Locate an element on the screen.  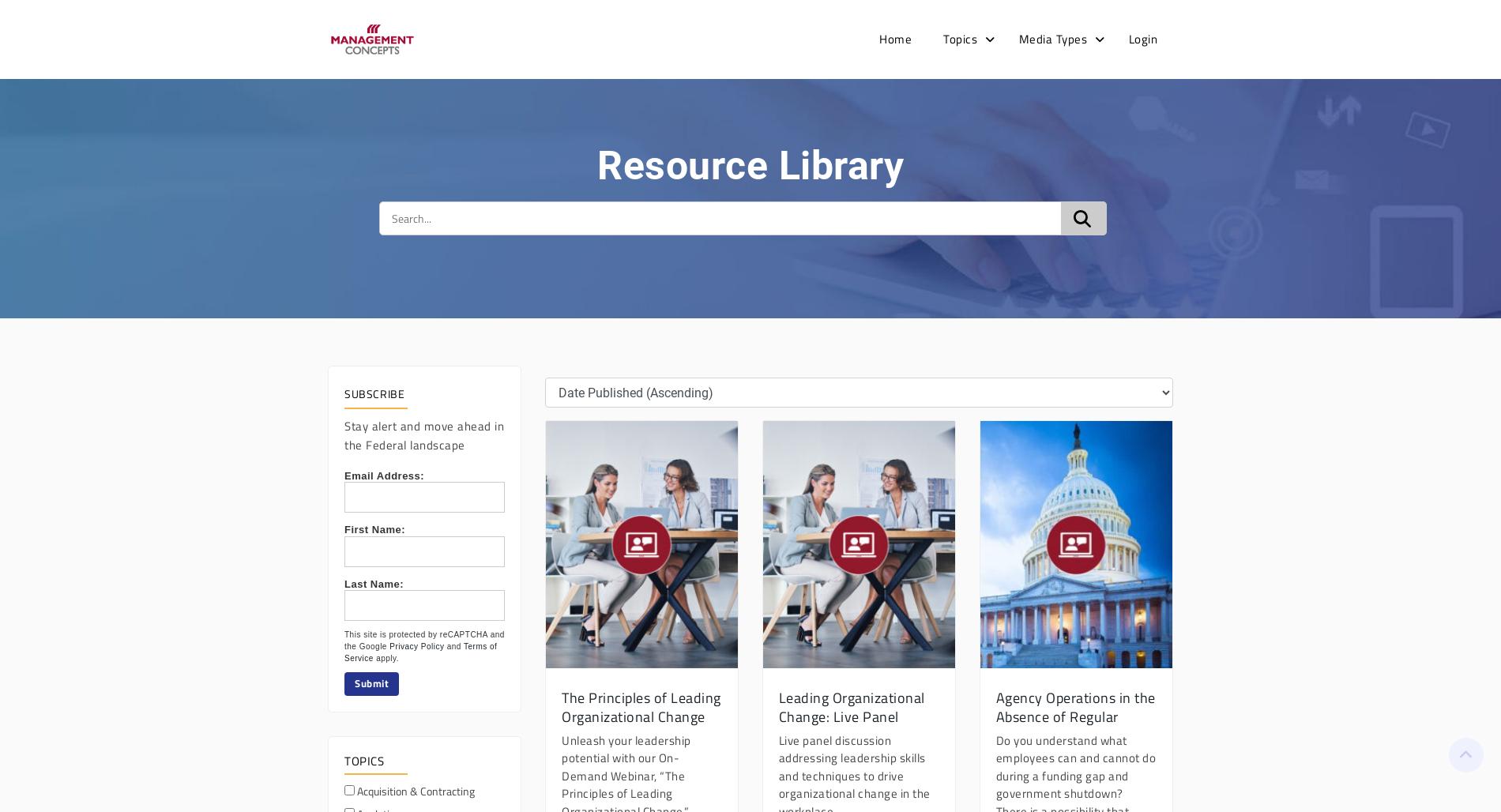
'Whitepapers' is located at coordinates (1051, 315).